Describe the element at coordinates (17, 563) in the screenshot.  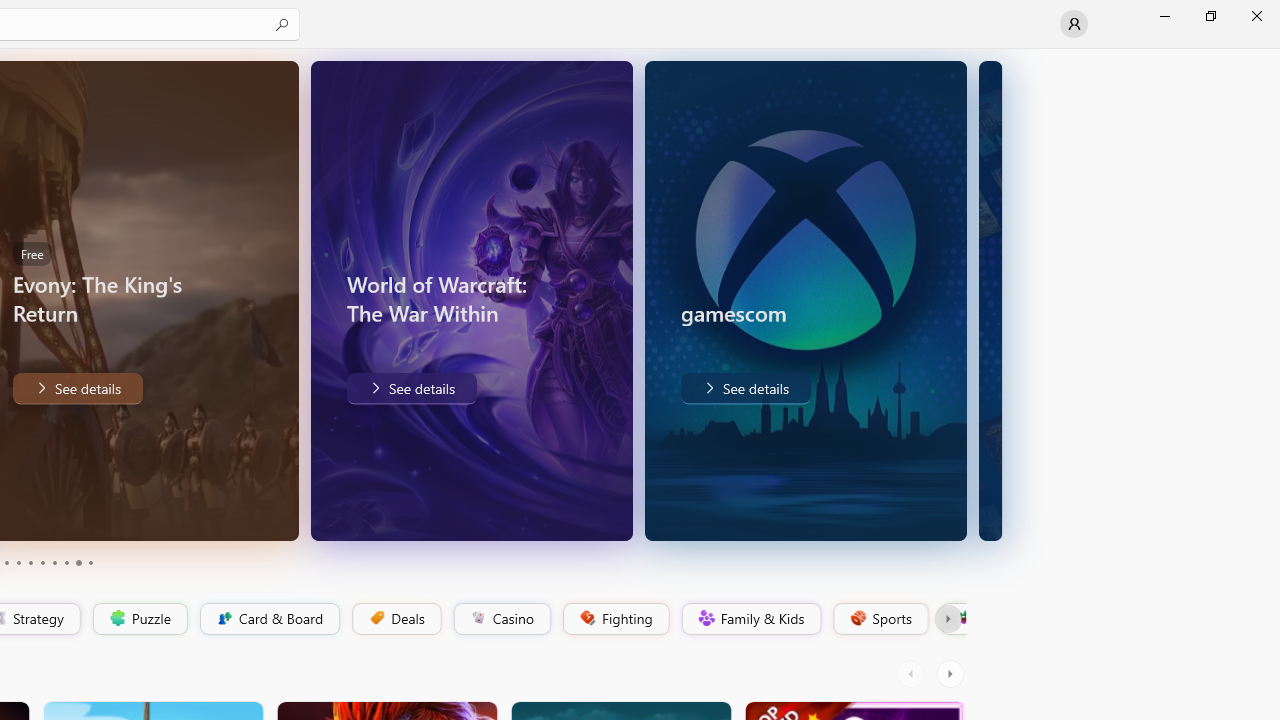
I see `'Page 4'` at that location.